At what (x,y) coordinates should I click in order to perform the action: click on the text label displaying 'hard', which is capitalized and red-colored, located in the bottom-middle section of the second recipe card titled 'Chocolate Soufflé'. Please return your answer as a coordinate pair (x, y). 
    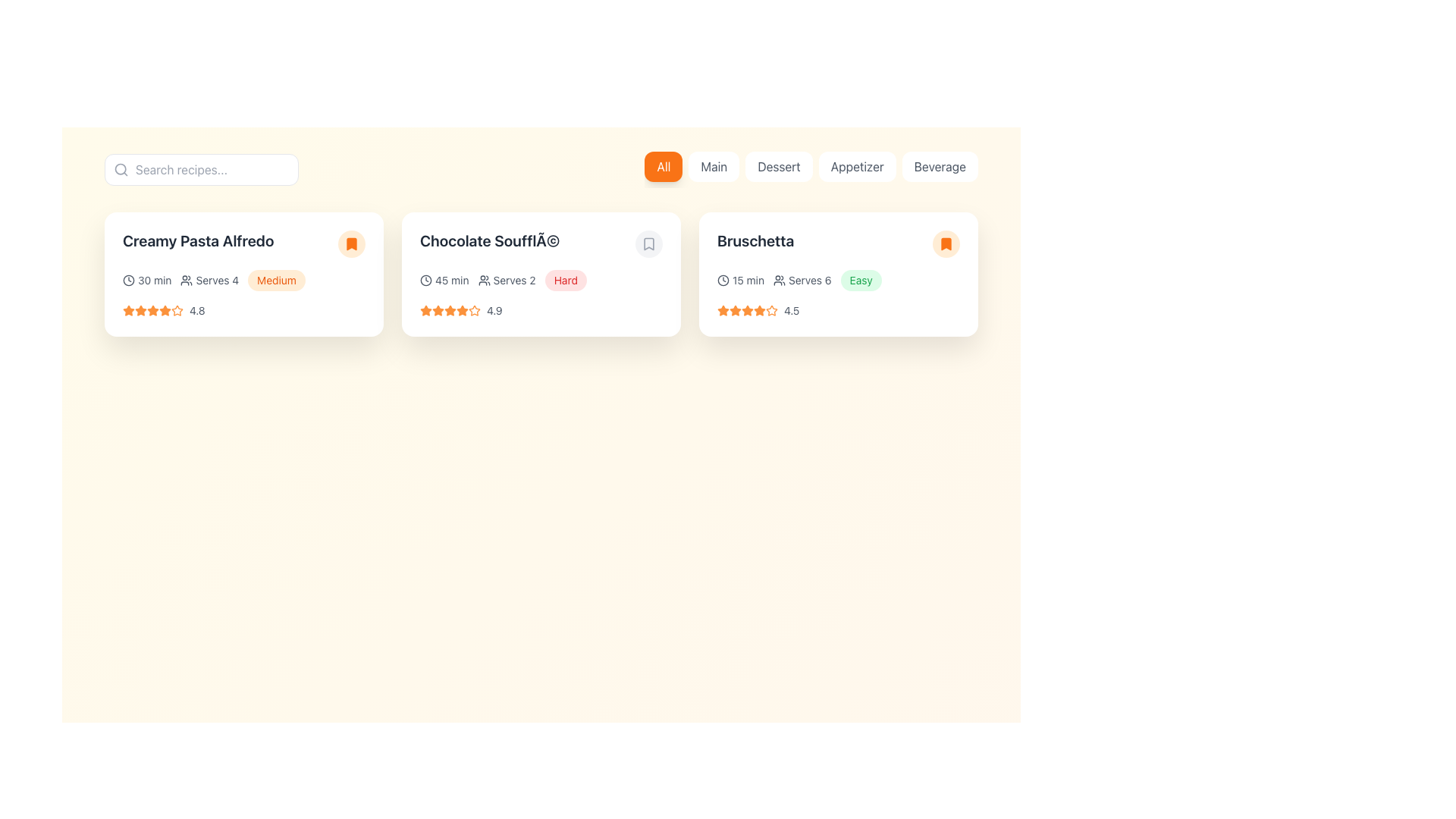
    Looking at the image, I should click on (565, 280).